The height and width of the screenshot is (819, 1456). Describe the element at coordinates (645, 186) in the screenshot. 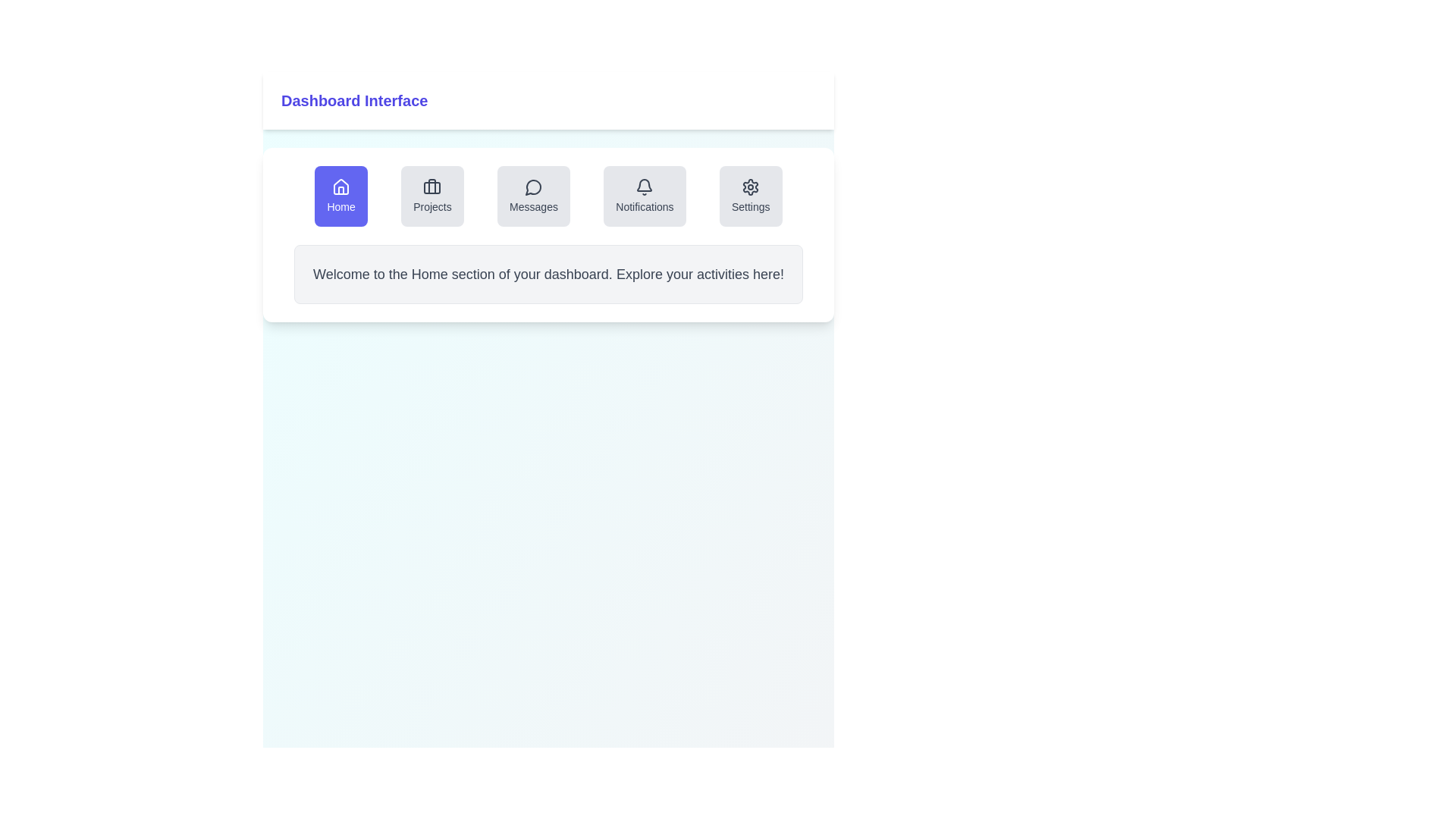

I see `the bell icon representing notifications` at that location.